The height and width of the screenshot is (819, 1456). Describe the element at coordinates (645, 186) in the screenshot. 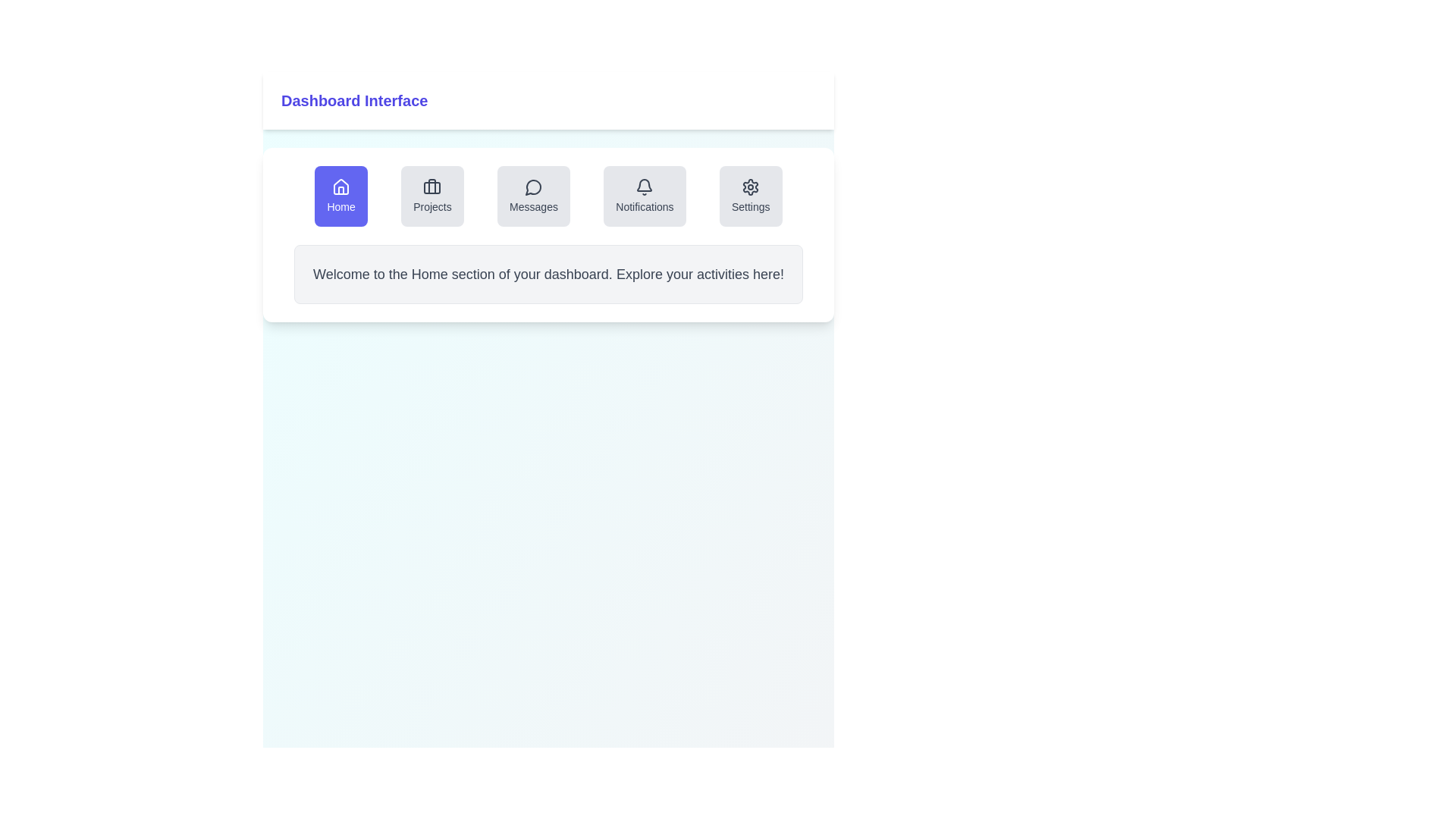

I see `the bell icon representing notifications` at that location.